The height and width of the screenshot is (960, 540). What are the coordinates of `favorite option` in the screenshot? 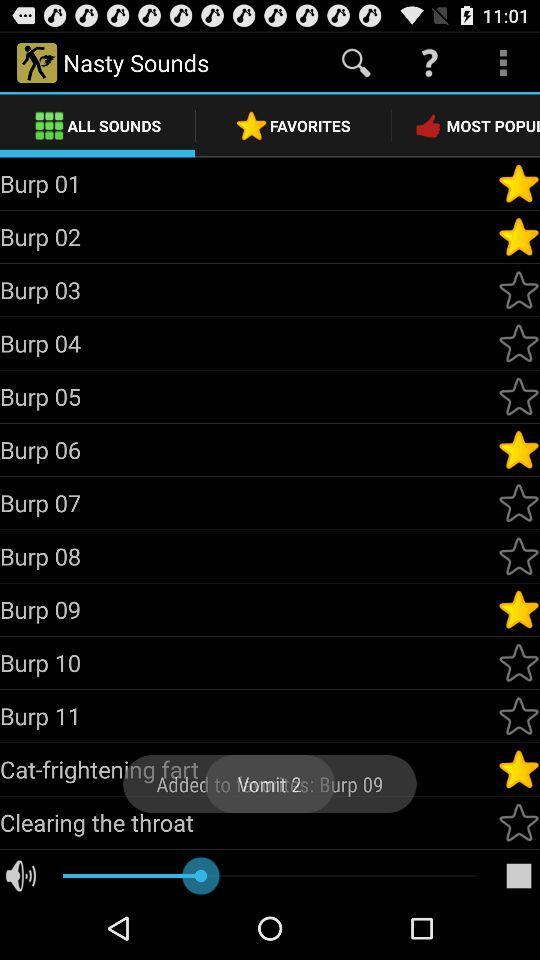 It's located at (518, 822).